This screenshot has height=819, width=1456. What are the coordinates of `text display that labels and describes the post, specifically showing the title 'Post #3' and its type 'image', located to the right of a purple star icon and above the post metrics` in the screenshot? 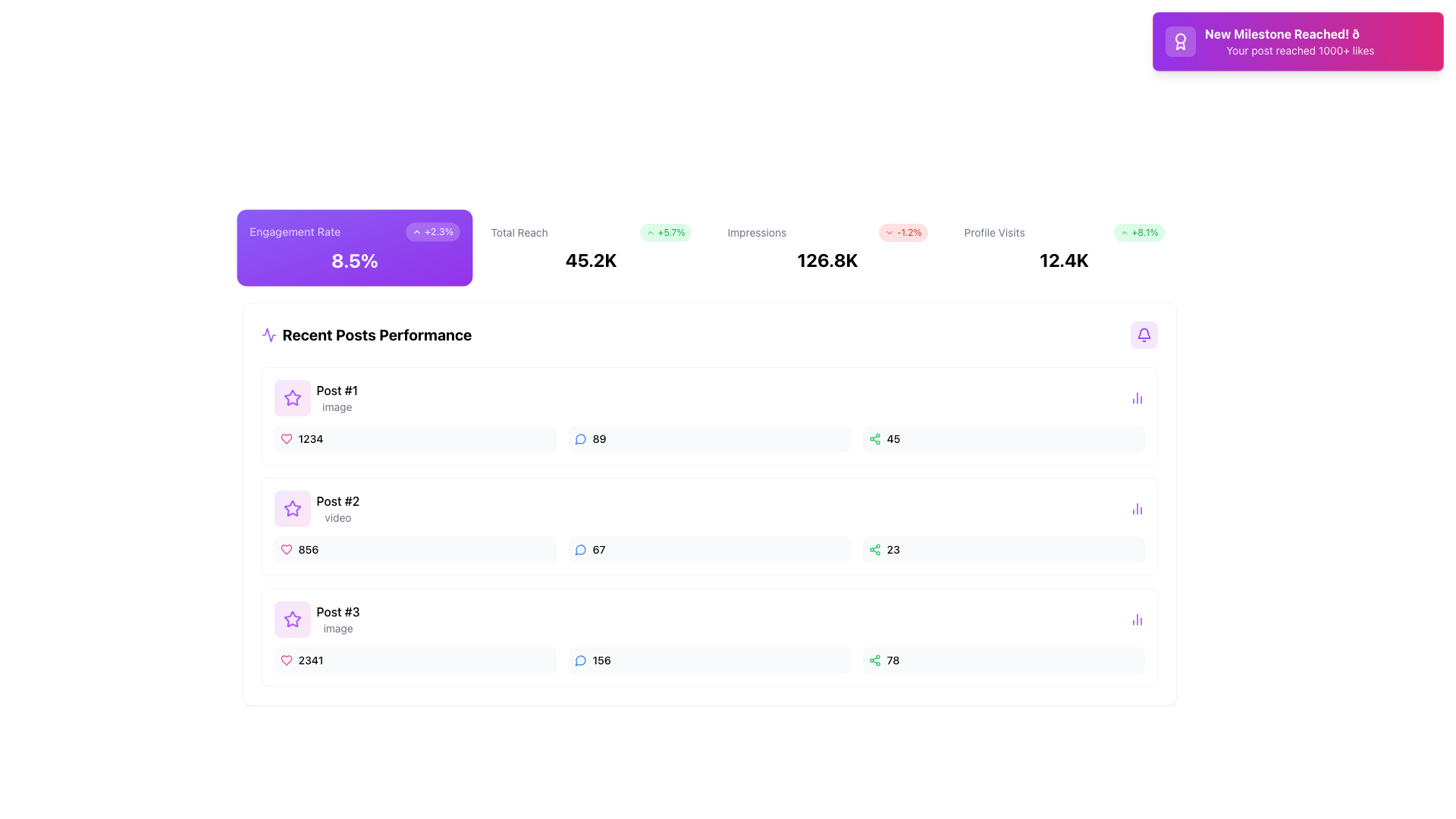 It's located at (337, 620).